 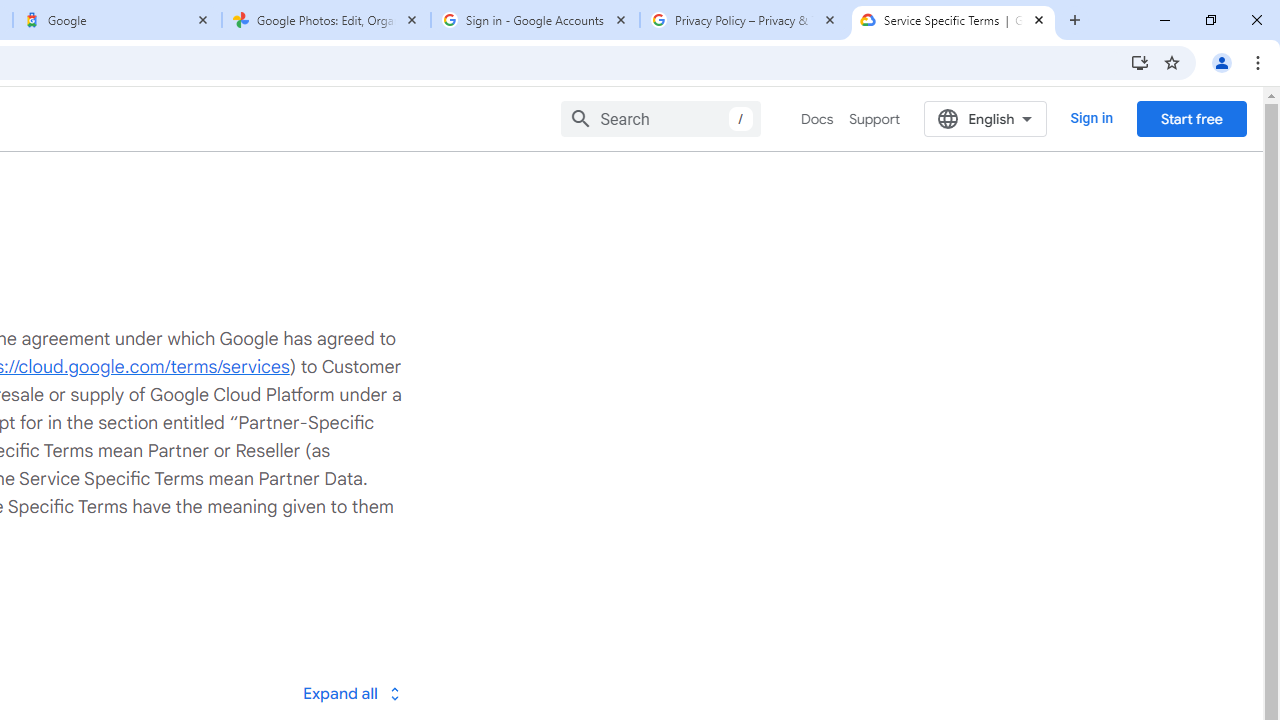 What do you see at coordinates (1091, 118) in the screenshot?
I see `'Sign in'` at bounding box center [1091, 118].